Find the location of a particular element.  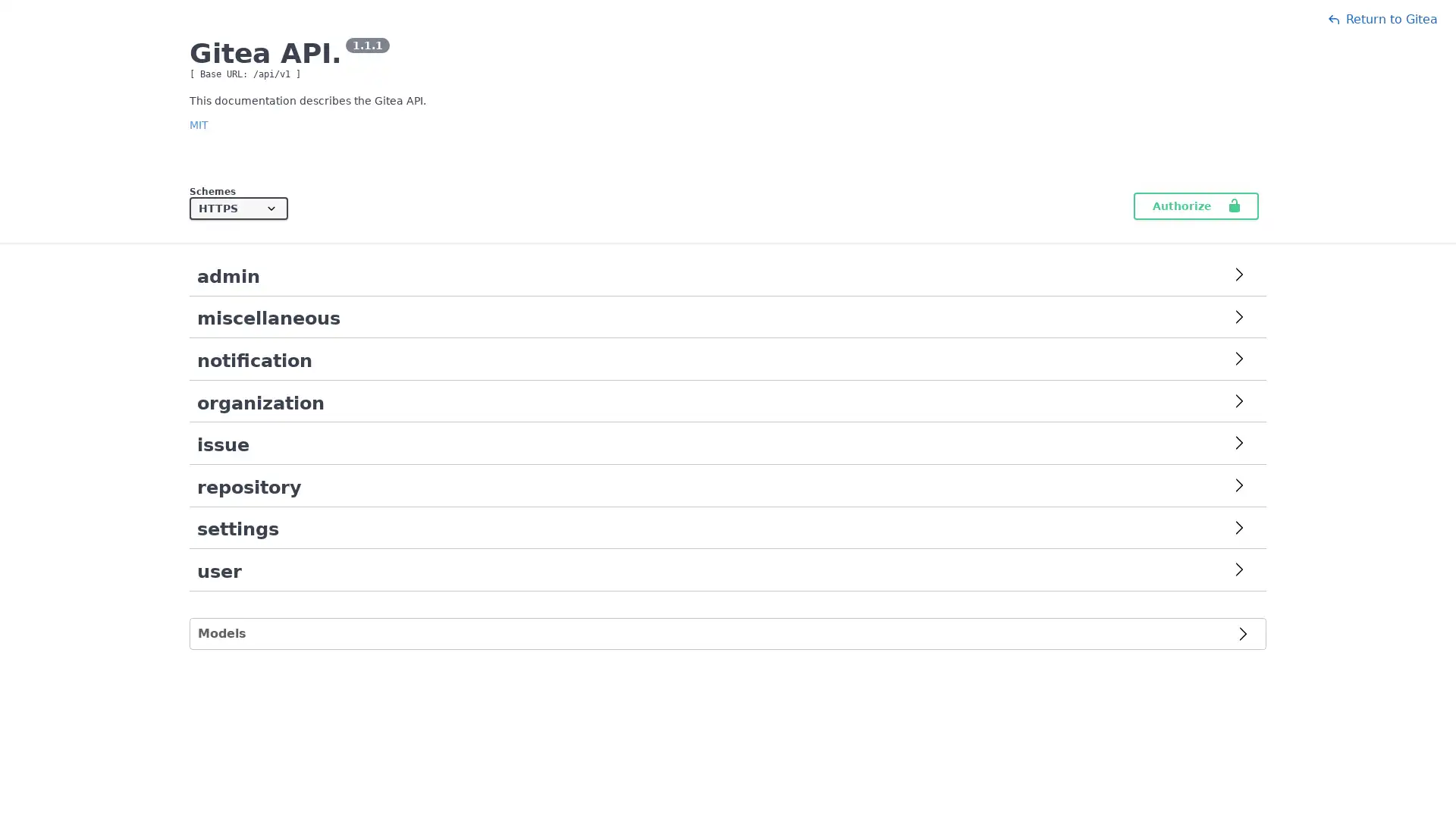

Expand operation is located at coordinates (1238, 444).